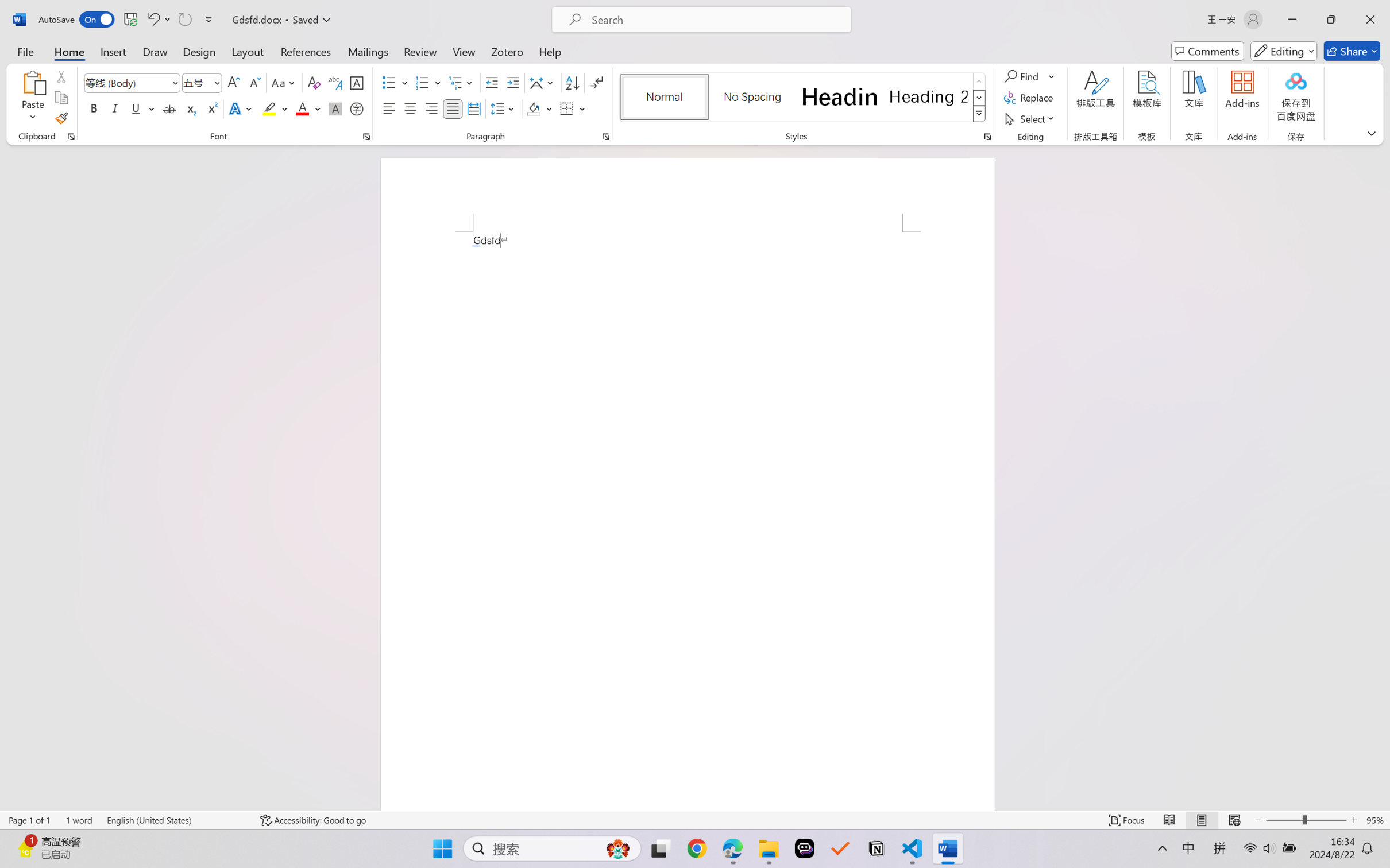  I want to click on 'Cut', so click(60, 75).